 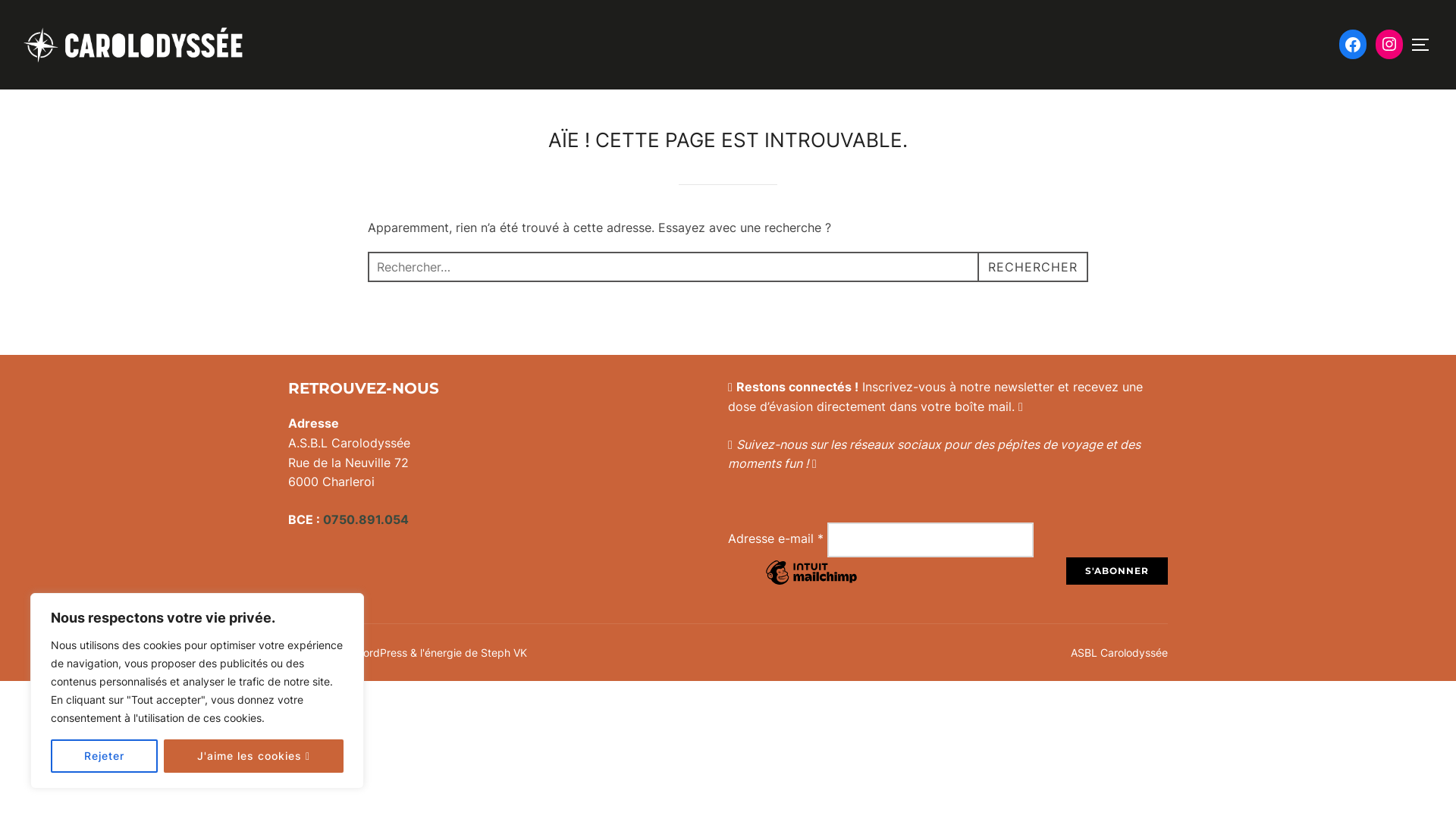 I want to click on 'Rejeter', so click(x=103, y=755).